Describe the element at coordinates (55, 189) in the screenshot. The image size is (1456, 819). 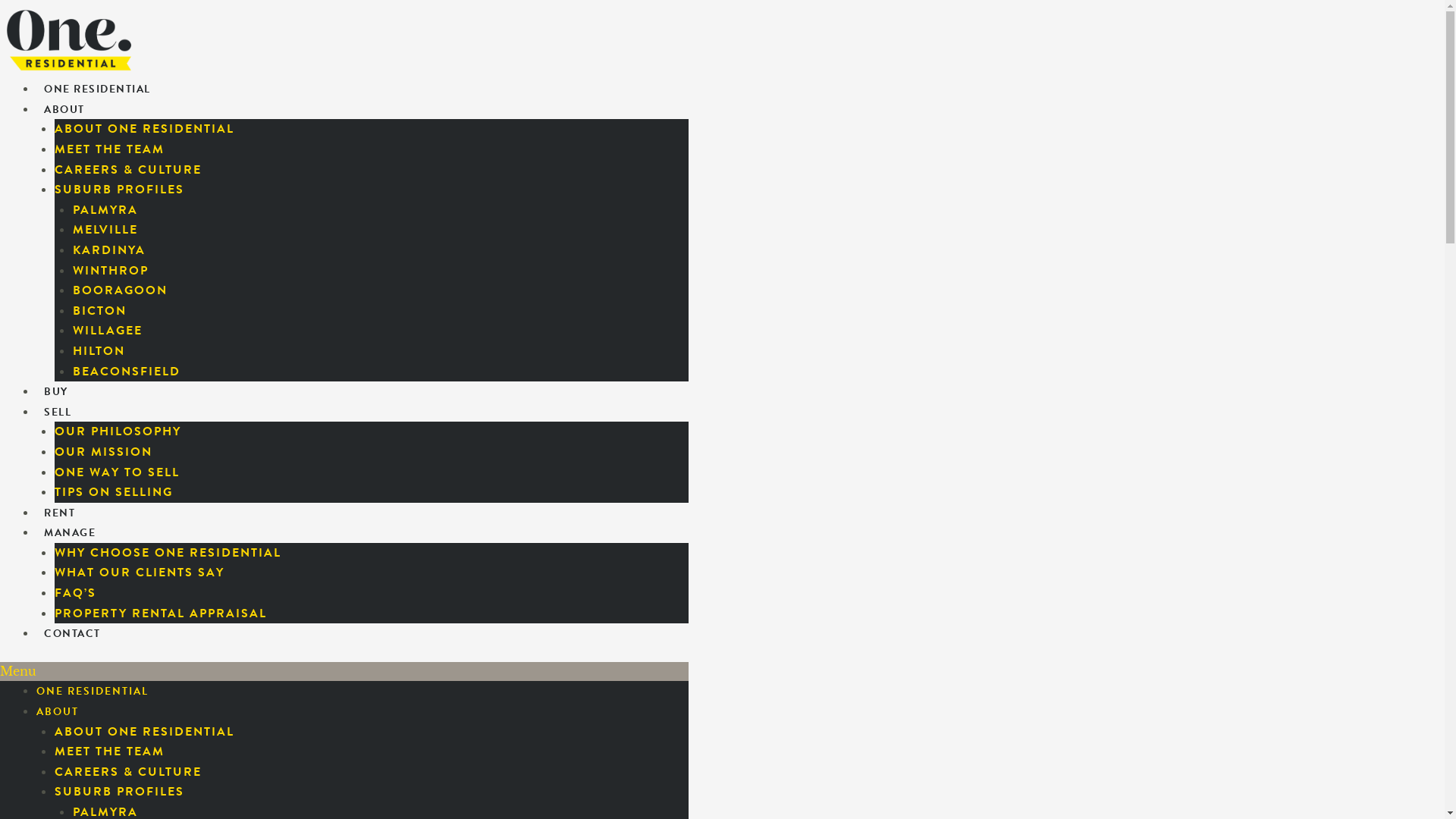
I see `'SUBURB PROFILES'` at that location.